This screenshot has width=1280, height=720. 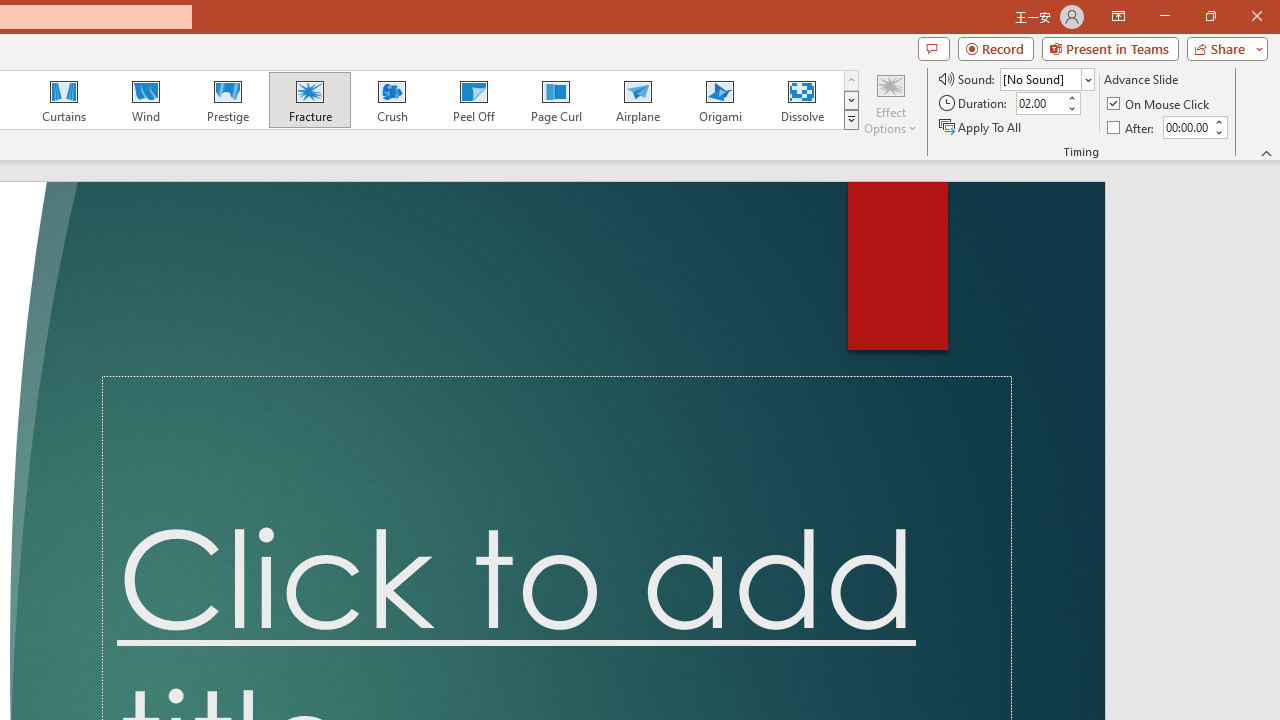 I want to click on 'Peel Off', so click(x=472, y=100).